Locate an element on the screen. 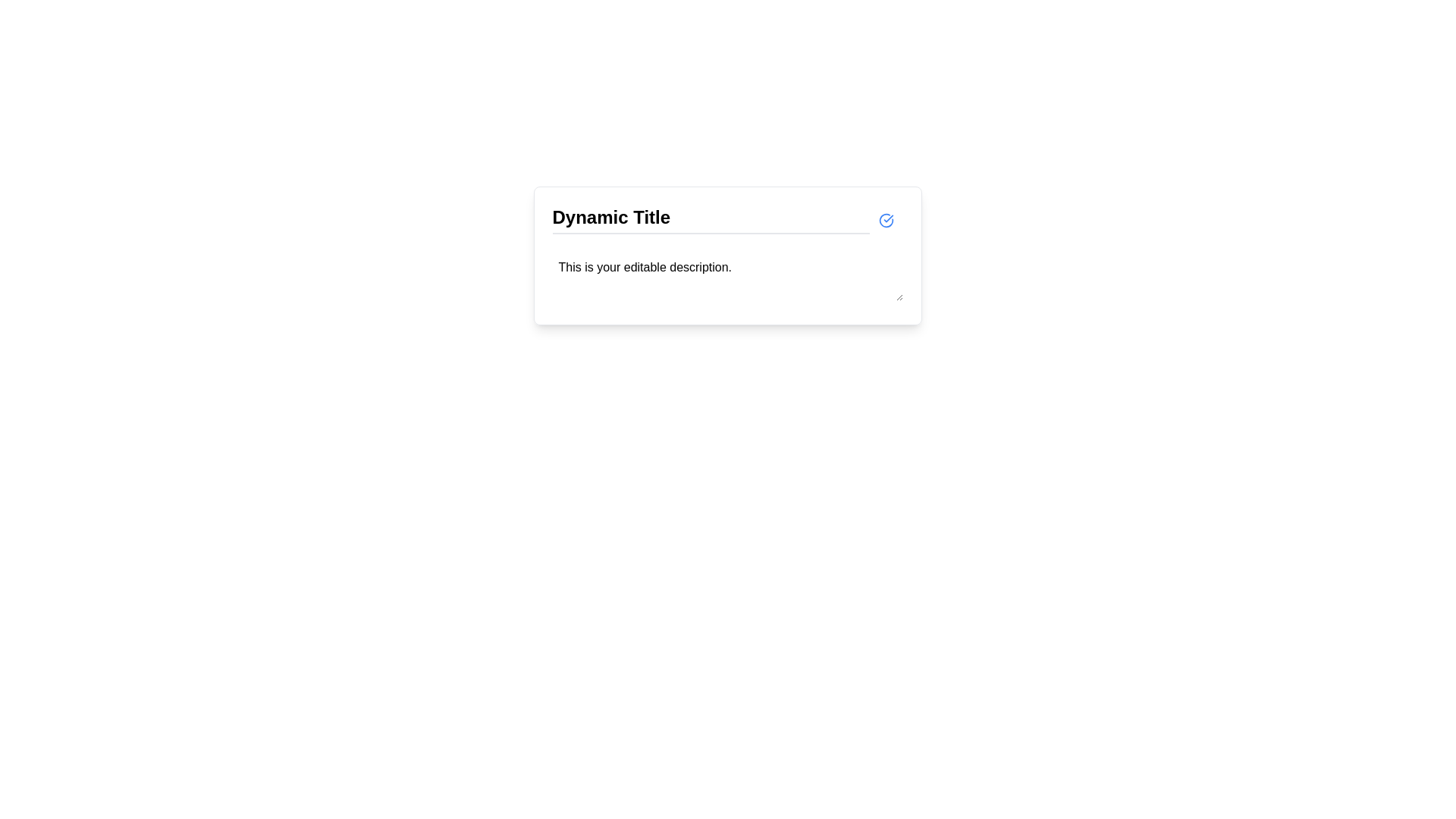 This screenshot has height=819, width=1456. the editable text area that displays 'This is your editable description.' within the panel titled 'Dynamic Title' is located at coordinates (726, 277).